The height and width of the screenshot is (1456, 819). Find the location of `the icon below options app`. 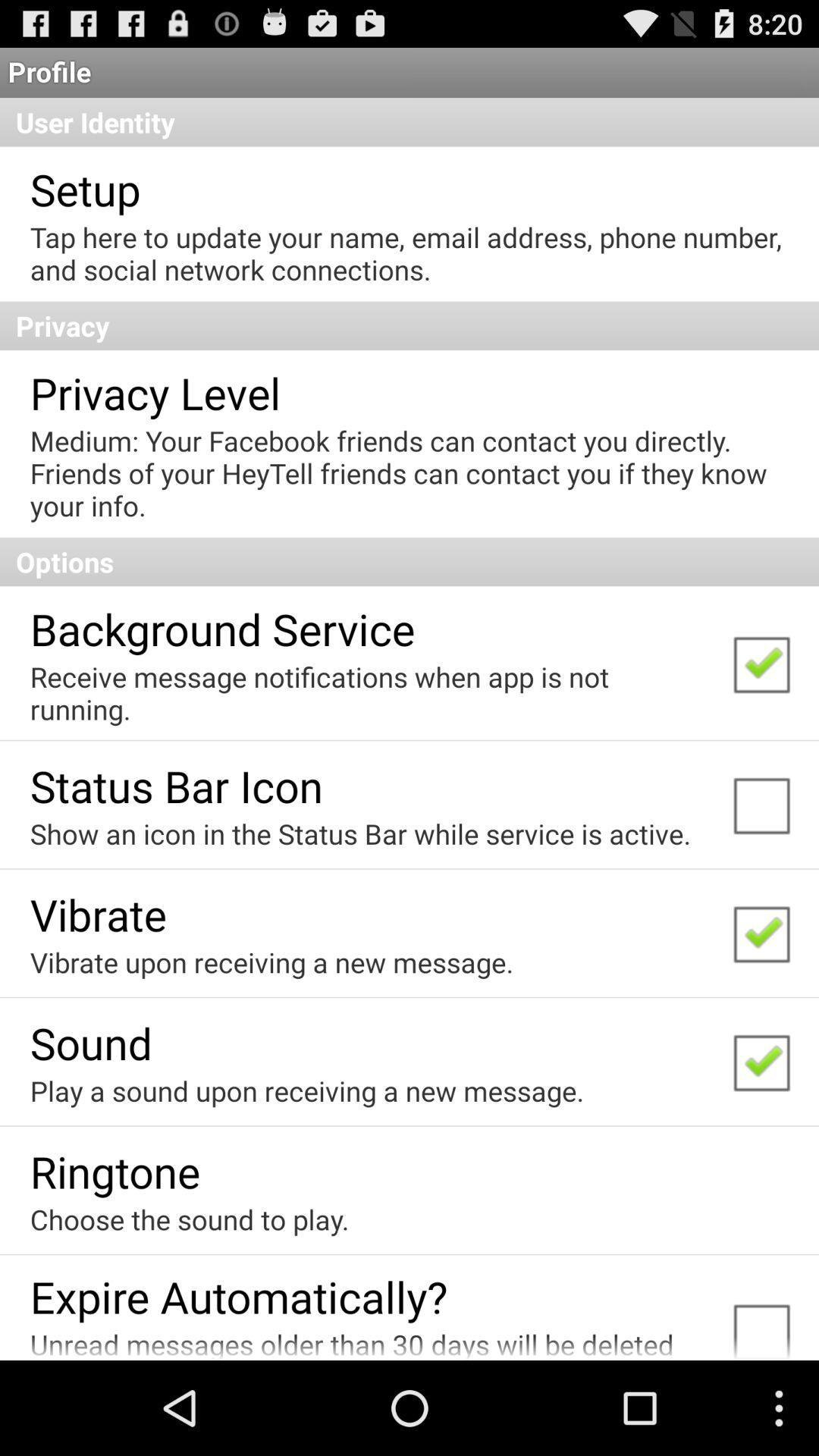

the icon below options app is located at coordinates (222, 629).